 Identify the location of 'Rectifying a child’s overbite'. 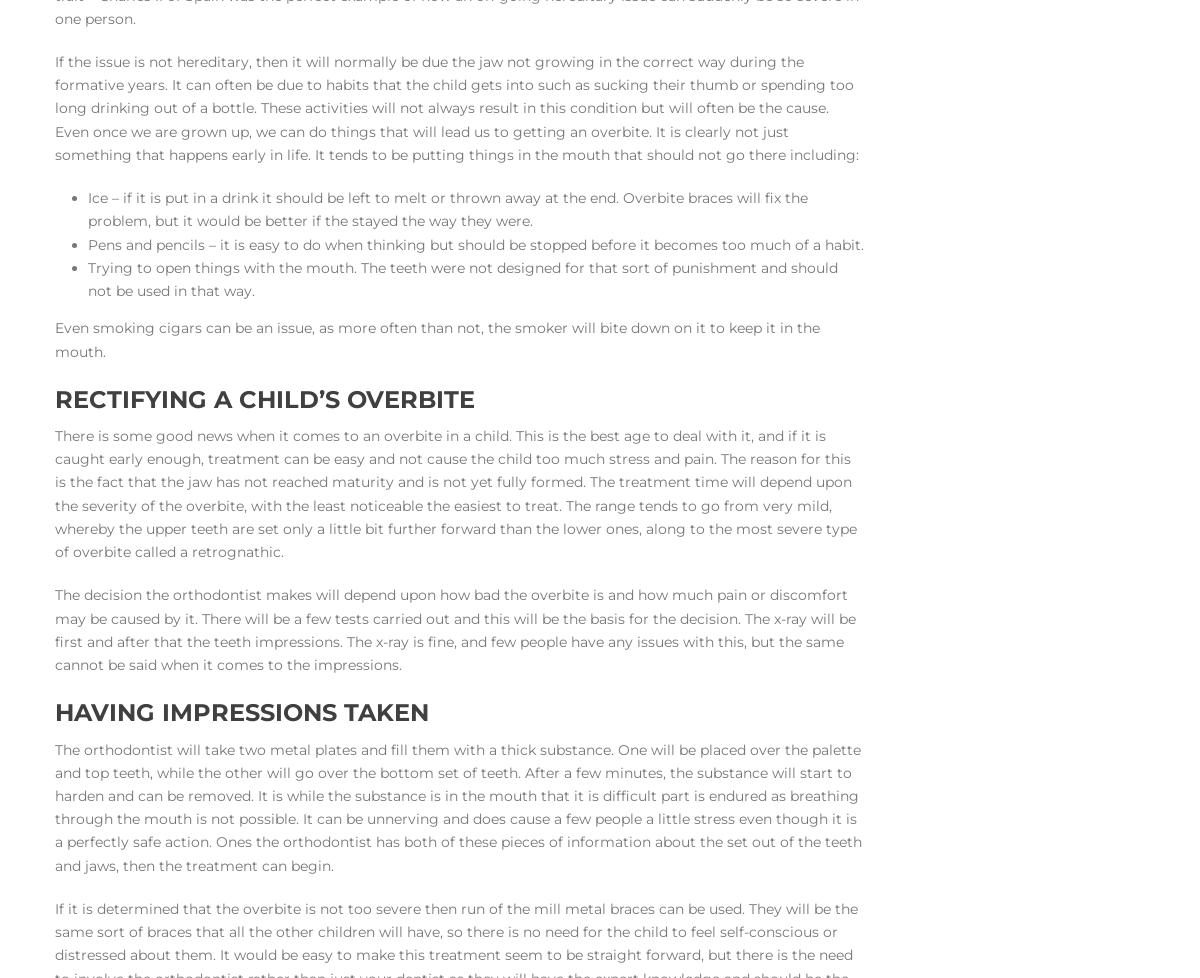
(263, 397).